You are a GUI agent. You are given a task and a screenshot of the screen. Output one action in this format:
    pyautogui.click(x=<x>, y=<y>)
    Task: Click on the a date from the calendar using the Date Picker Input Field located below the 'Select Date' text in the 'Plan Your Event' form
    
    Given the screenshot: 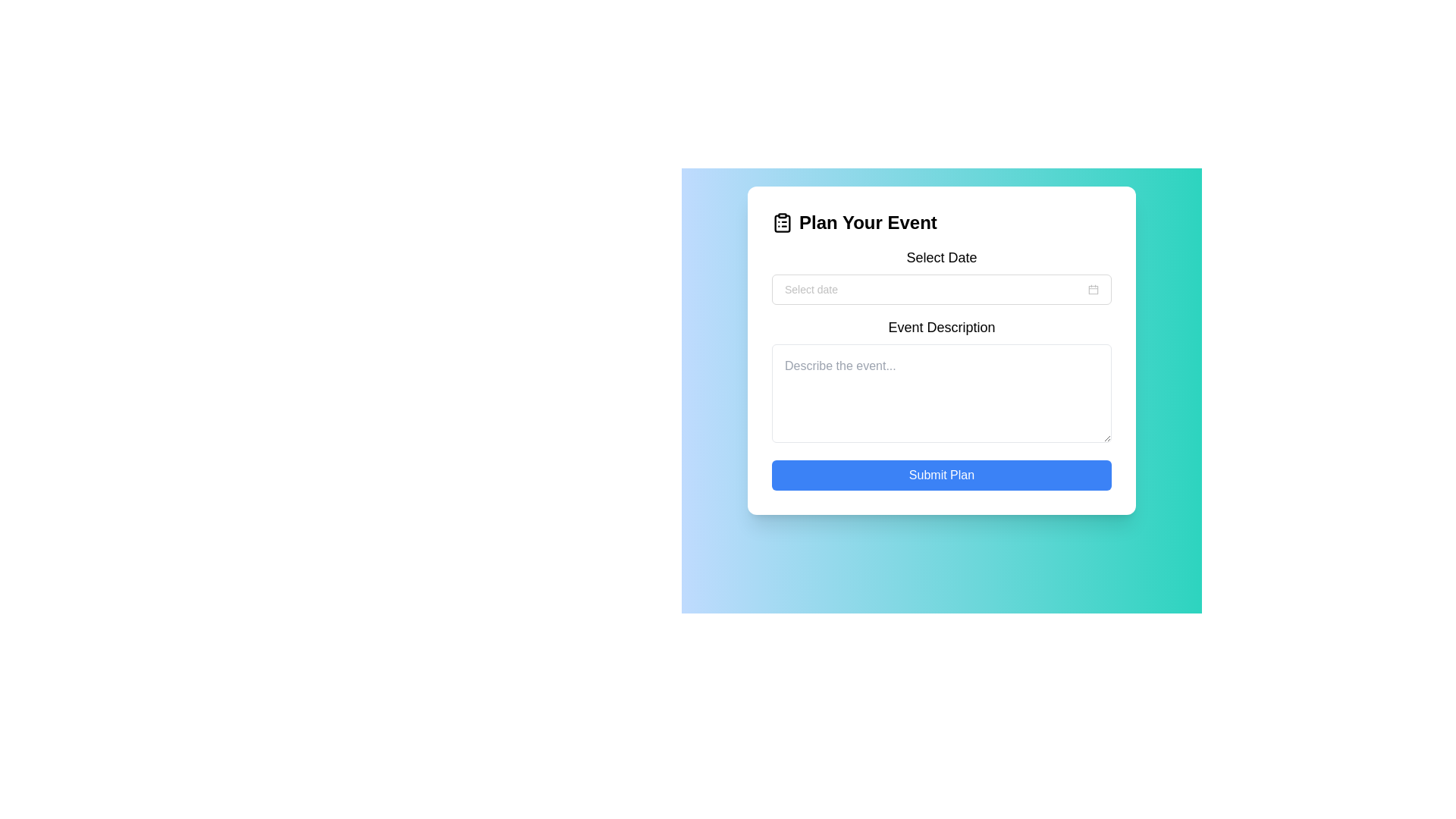 What is the action you would take?
    pyautogui.click(x=941, y=289)
    